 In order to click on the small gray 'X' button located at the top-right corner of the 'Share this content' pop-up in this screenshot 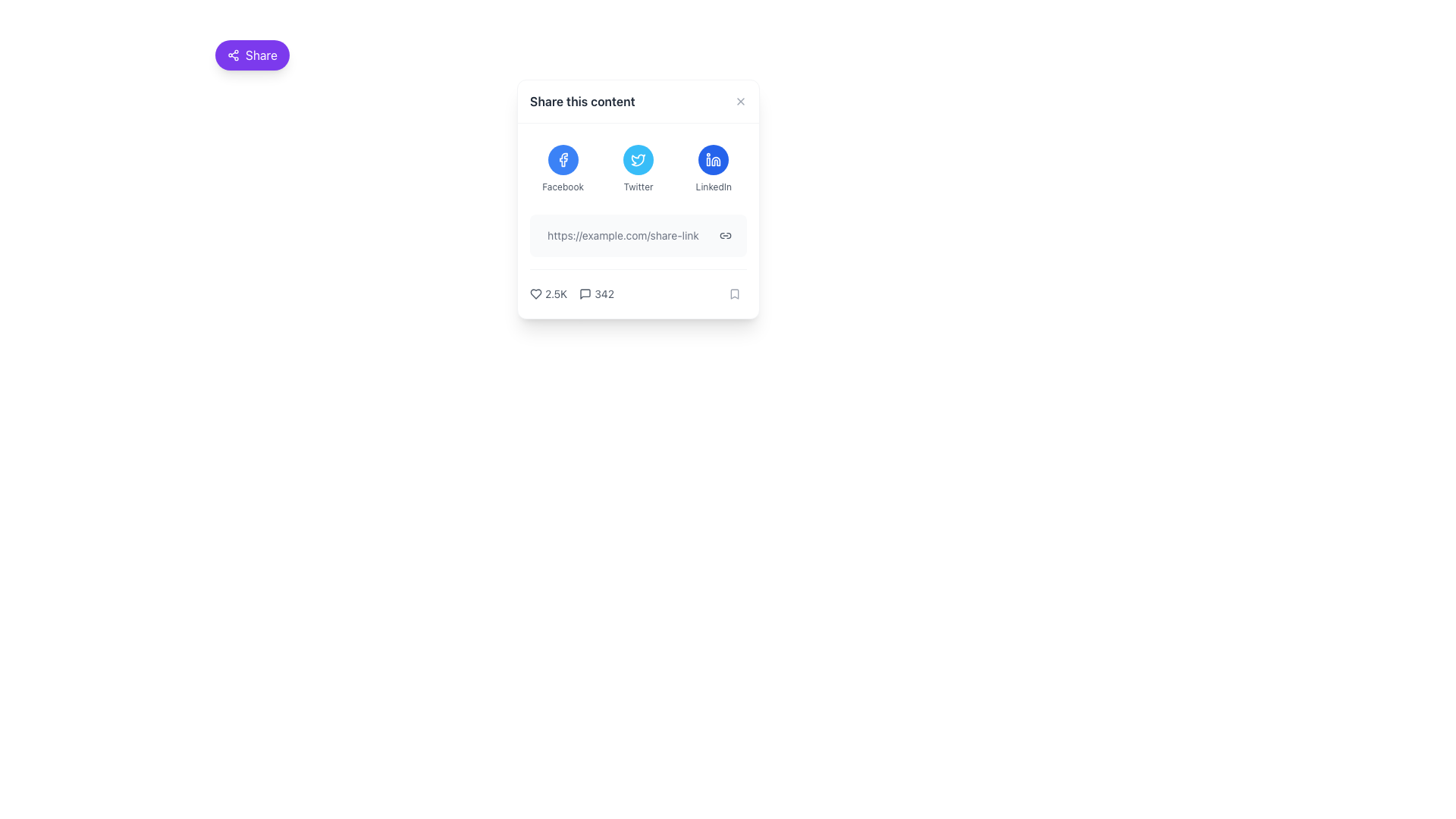, I will do `click(741, 102)`.